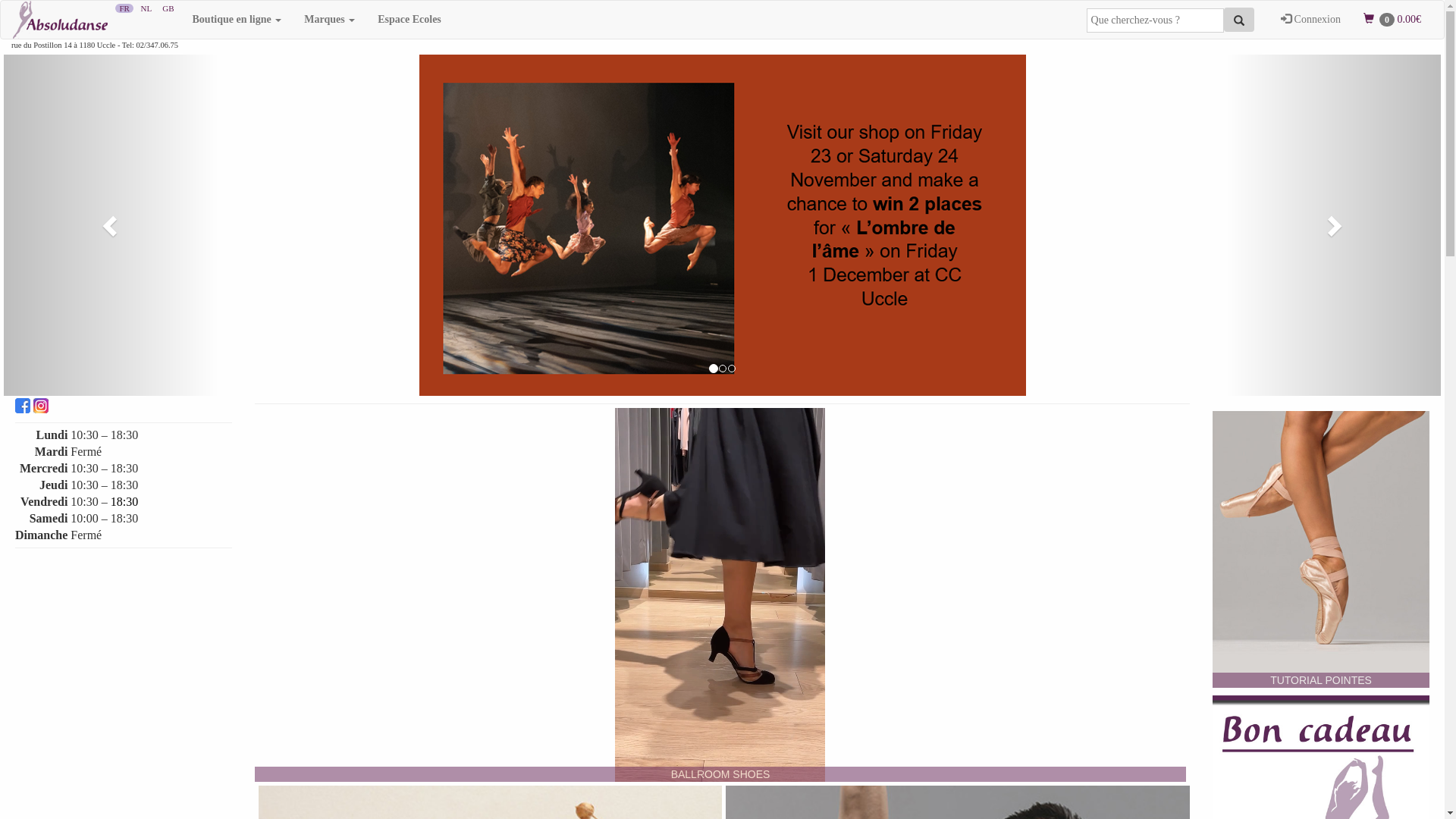 The width and height of the screenshot is (1456, 819). I want to click on 'TUTORIAL POINTES', so click(1320, 549).